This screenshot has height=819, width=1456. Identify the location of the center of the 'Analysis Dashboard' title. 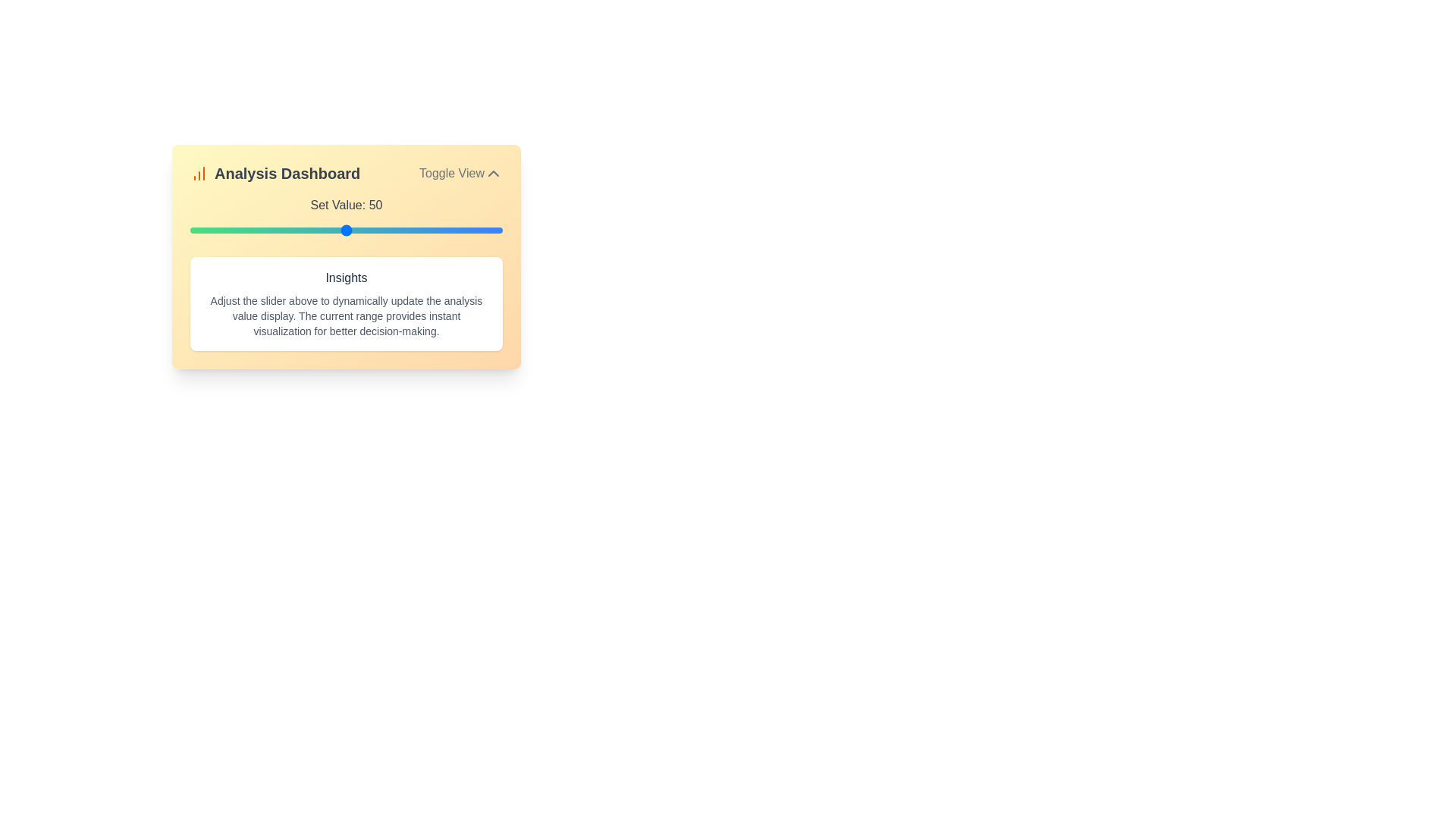
(275, 172).